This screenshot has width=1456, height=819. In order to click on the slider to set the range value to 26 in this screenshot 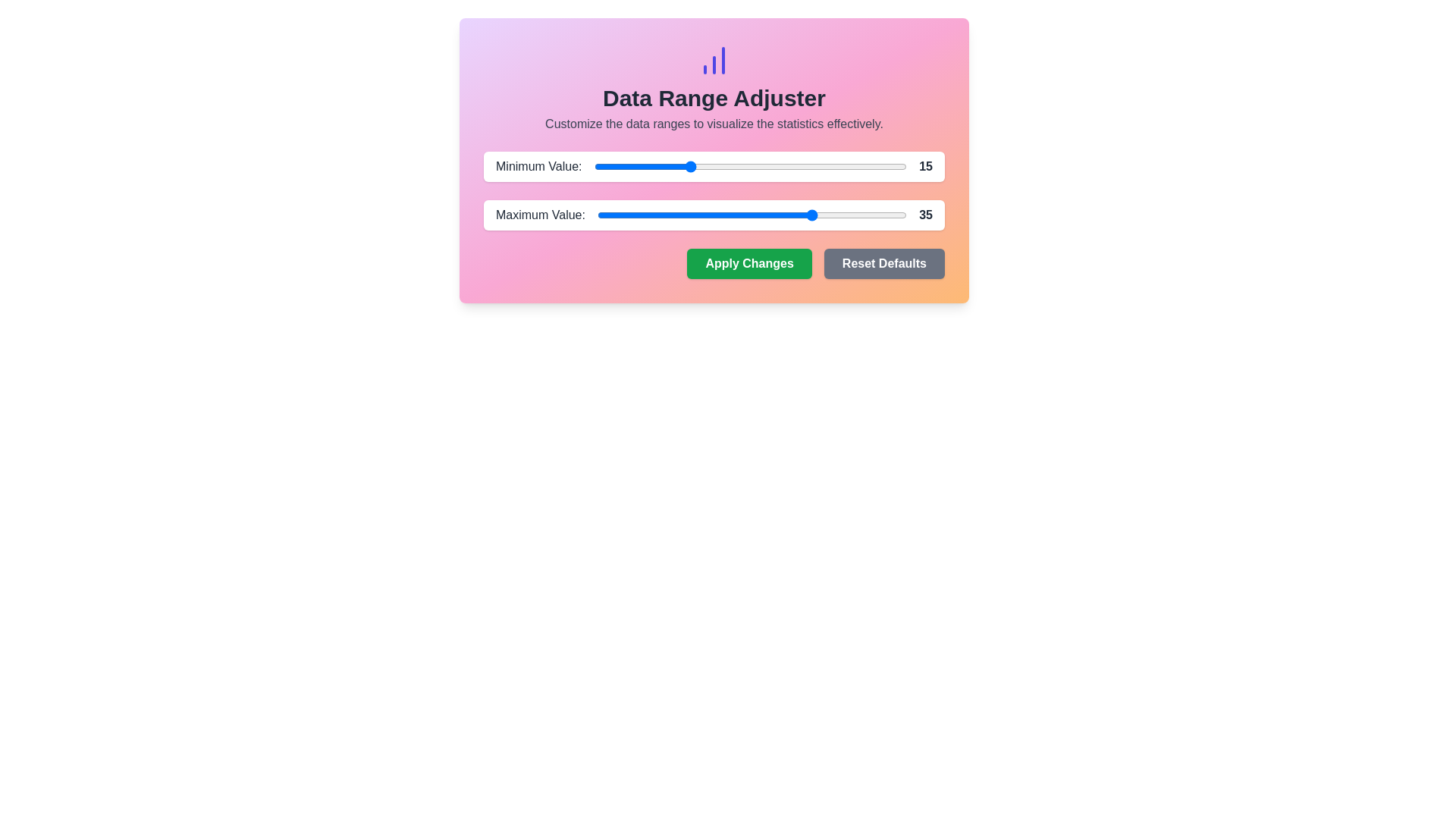, I will do `click(757, 166)`.